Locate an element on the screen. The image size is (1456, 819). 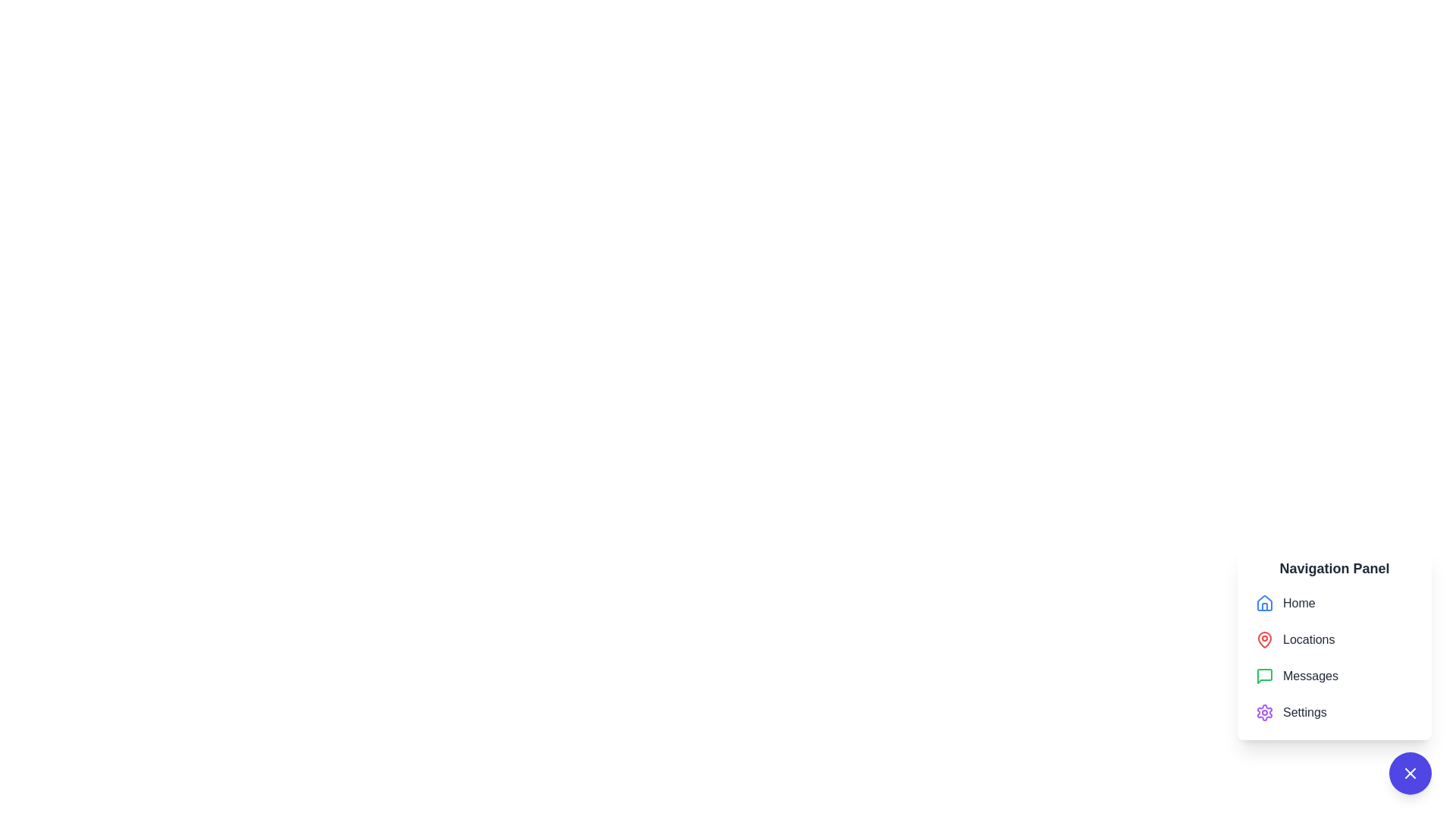
the blue house-shaped icon in the navigation panel is located at coordinates (1265, 601).